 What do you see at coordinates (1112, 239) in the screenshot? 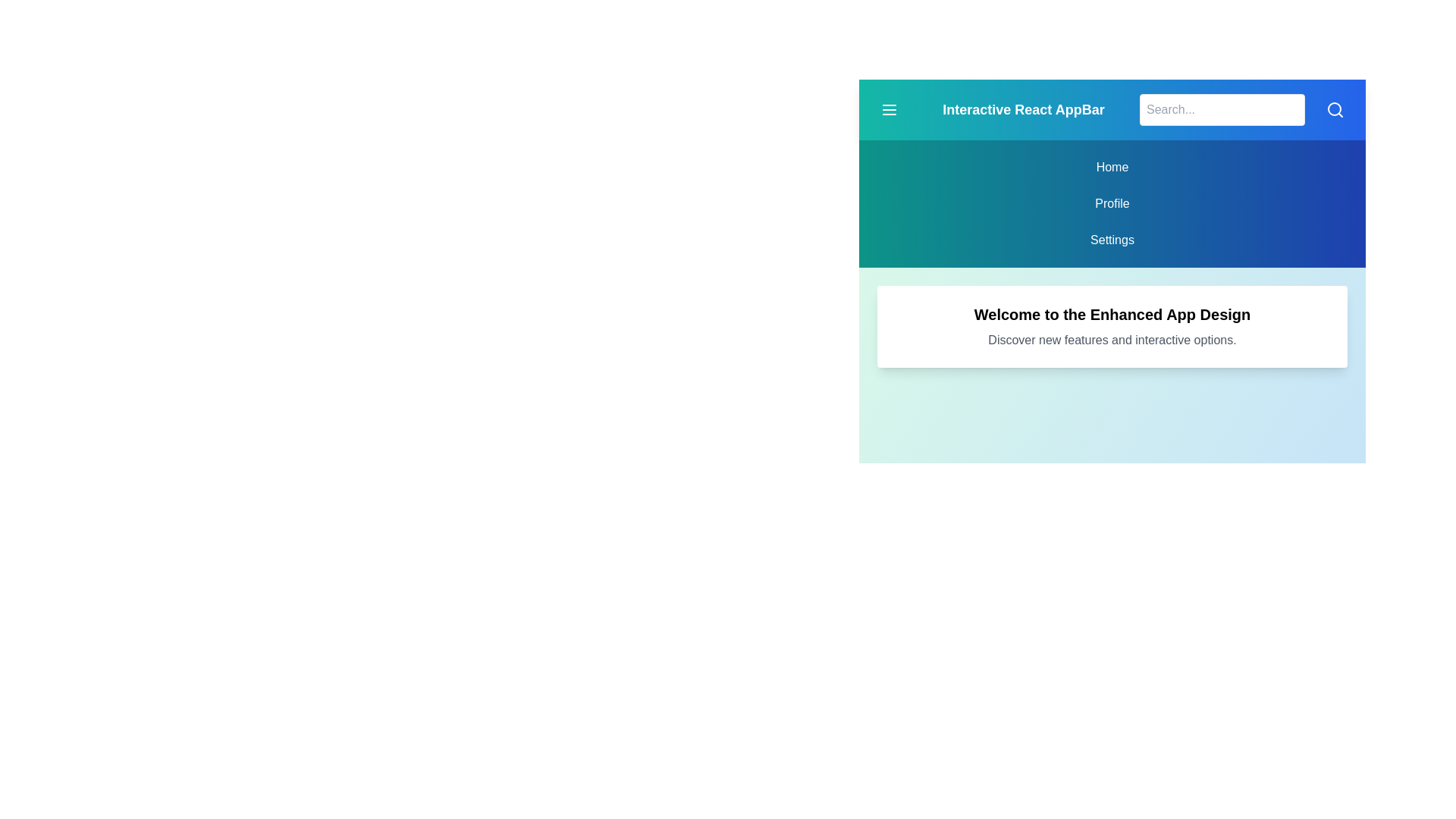
I see `the menu item corresponding to Settings` at bounding box center [1112, 239].